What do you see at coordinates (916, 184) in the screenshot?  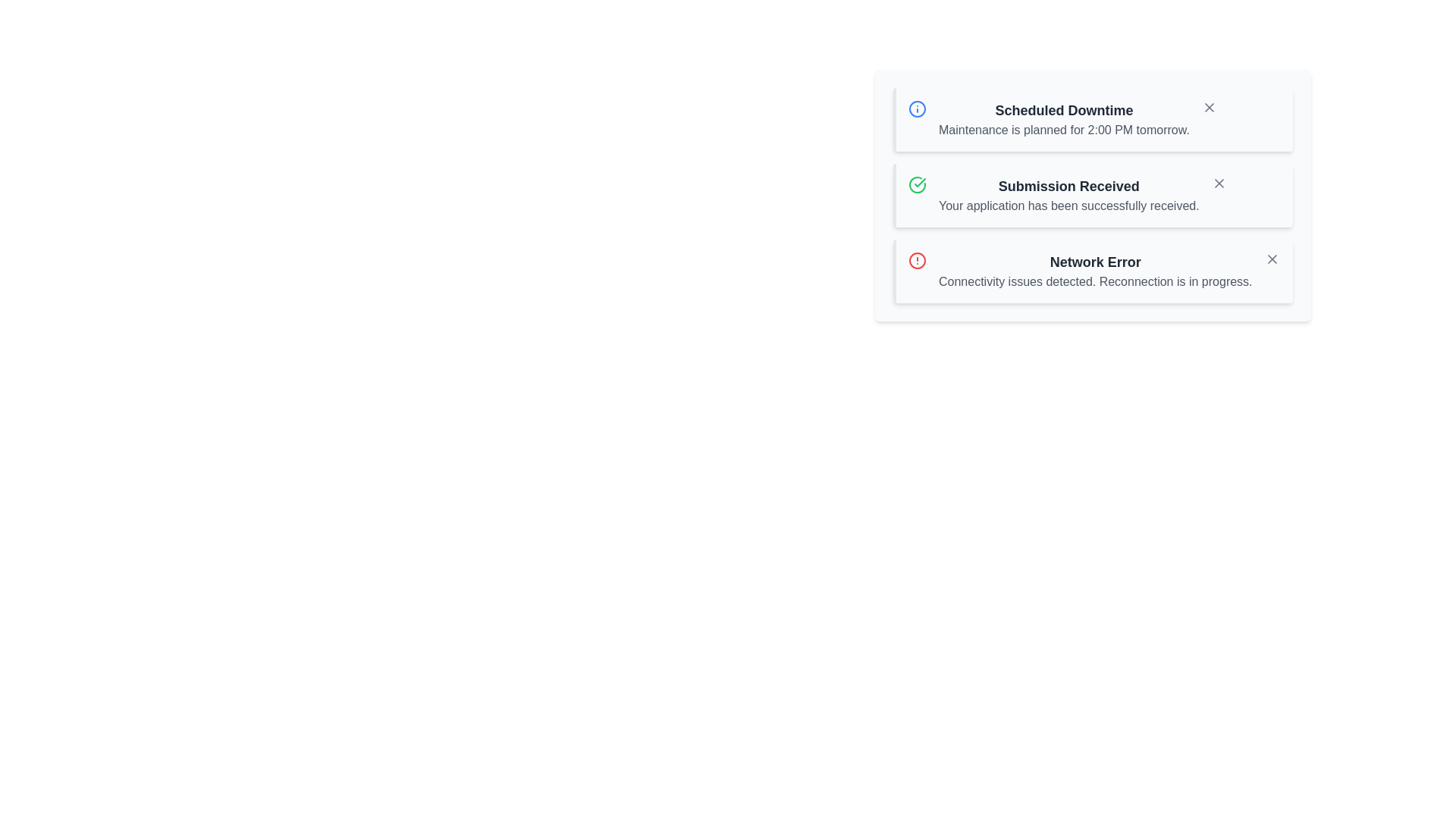 I see `the icon that symbolizes the successful submission of an application, located in the second notification card labeled 'Submission Received', beside the text` at bounding box center [916, 184].